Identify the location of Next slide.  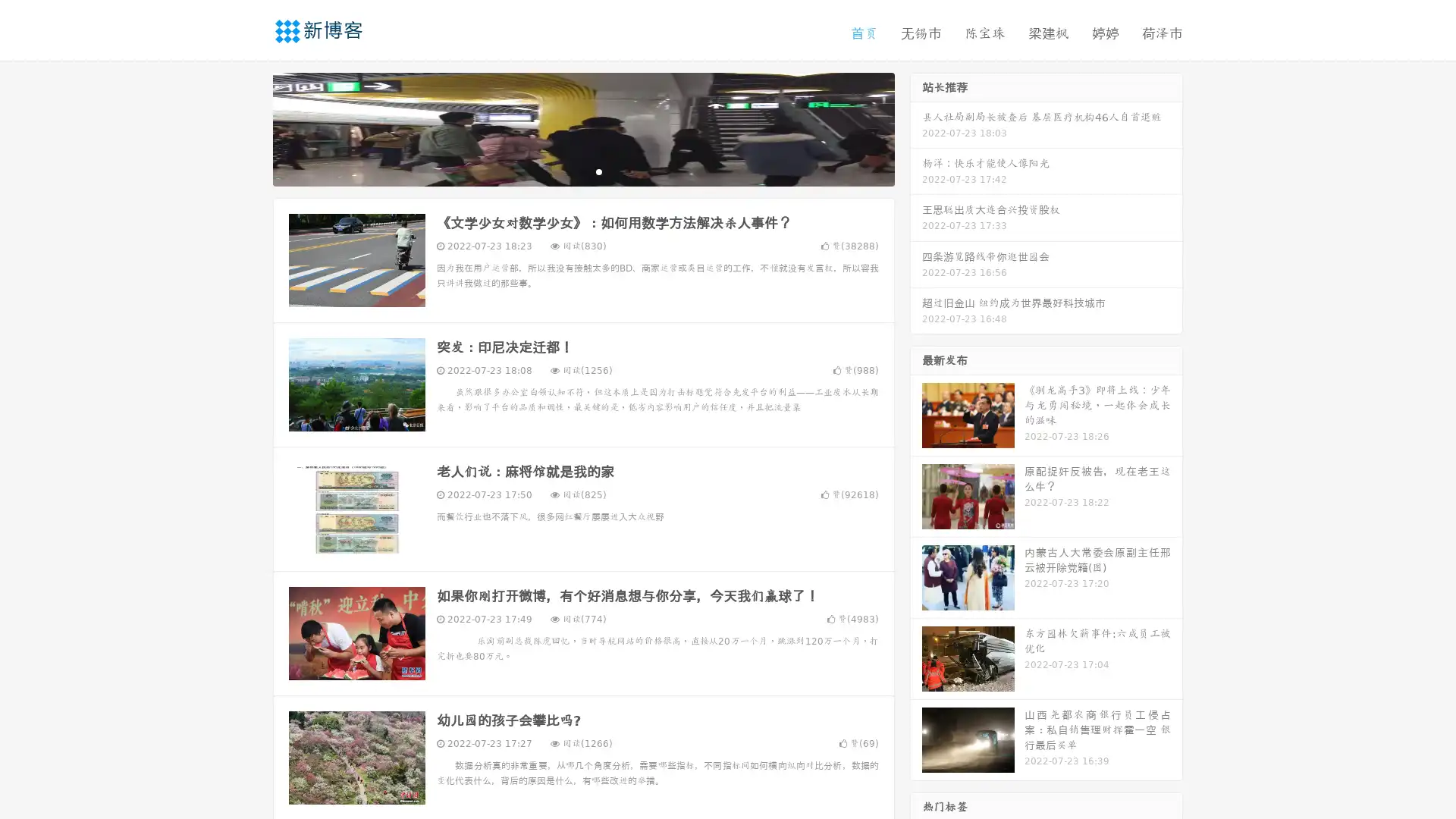
(916, 127).